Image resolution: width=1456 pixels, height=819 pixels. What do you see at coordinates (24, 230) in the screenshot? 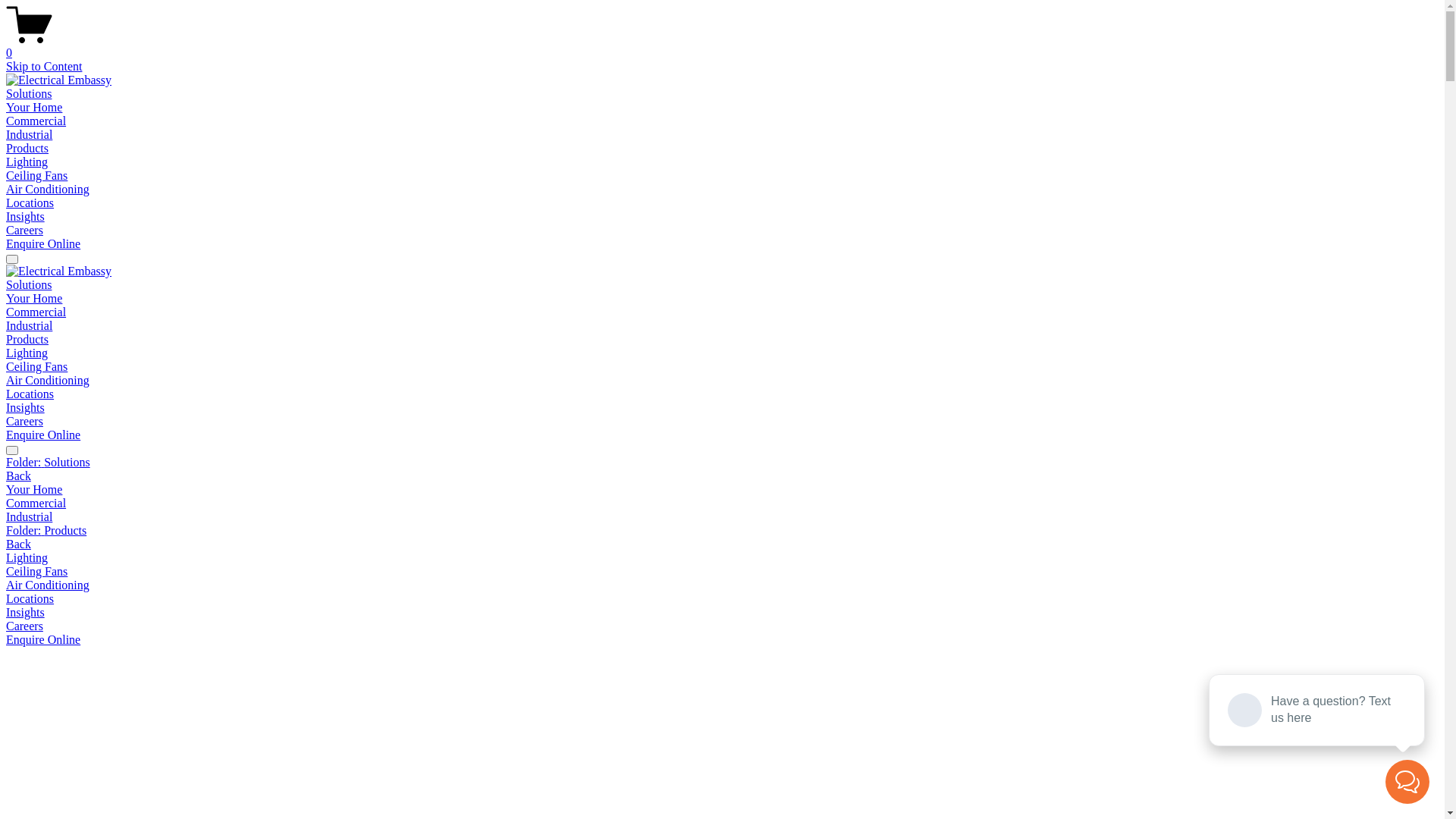
I see `'Careers'` at bounding box center [24, 230].